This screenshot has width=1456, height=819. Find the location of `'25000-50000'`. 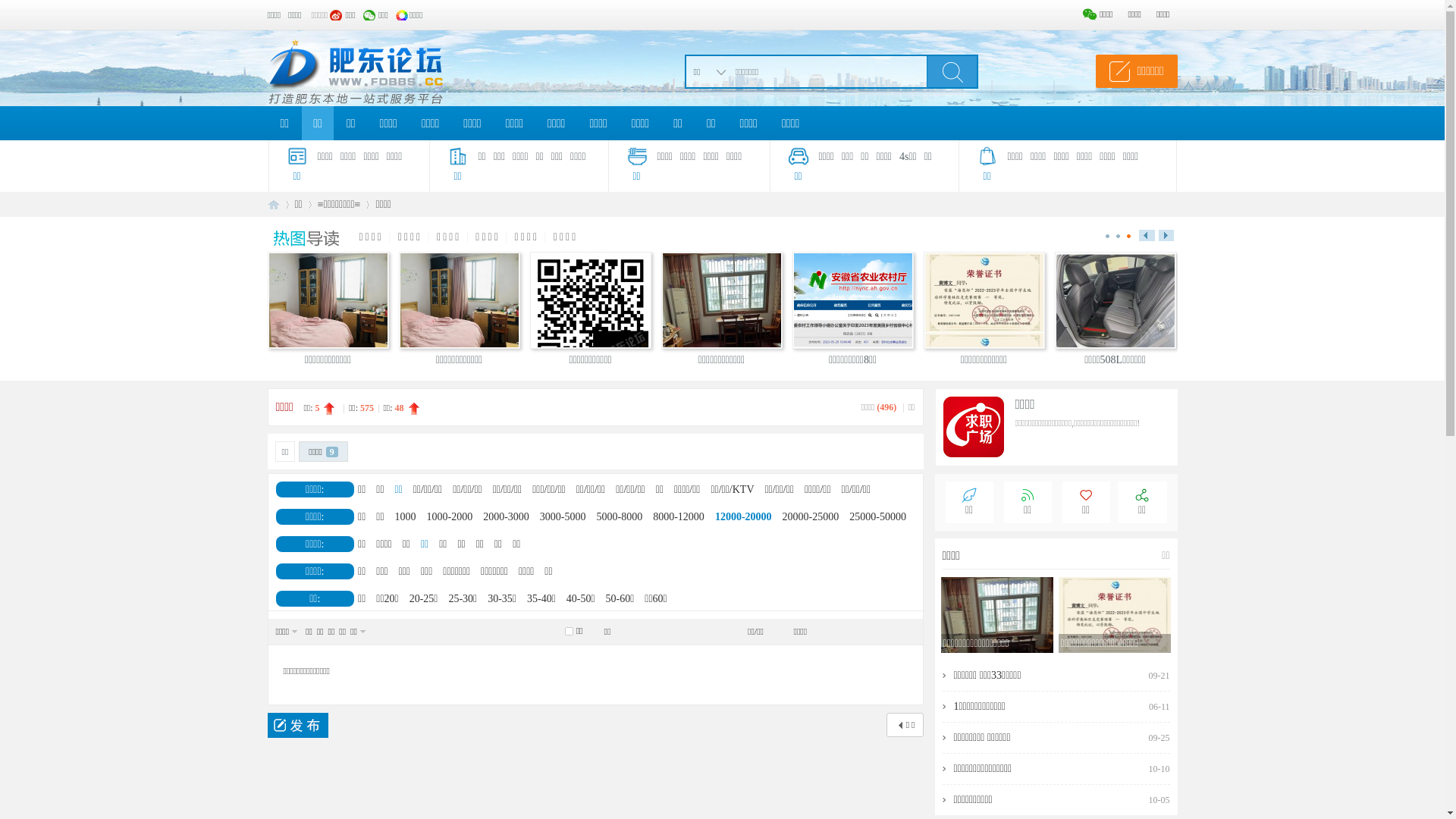

'25000-50000' is located at coordinates (877, 516).